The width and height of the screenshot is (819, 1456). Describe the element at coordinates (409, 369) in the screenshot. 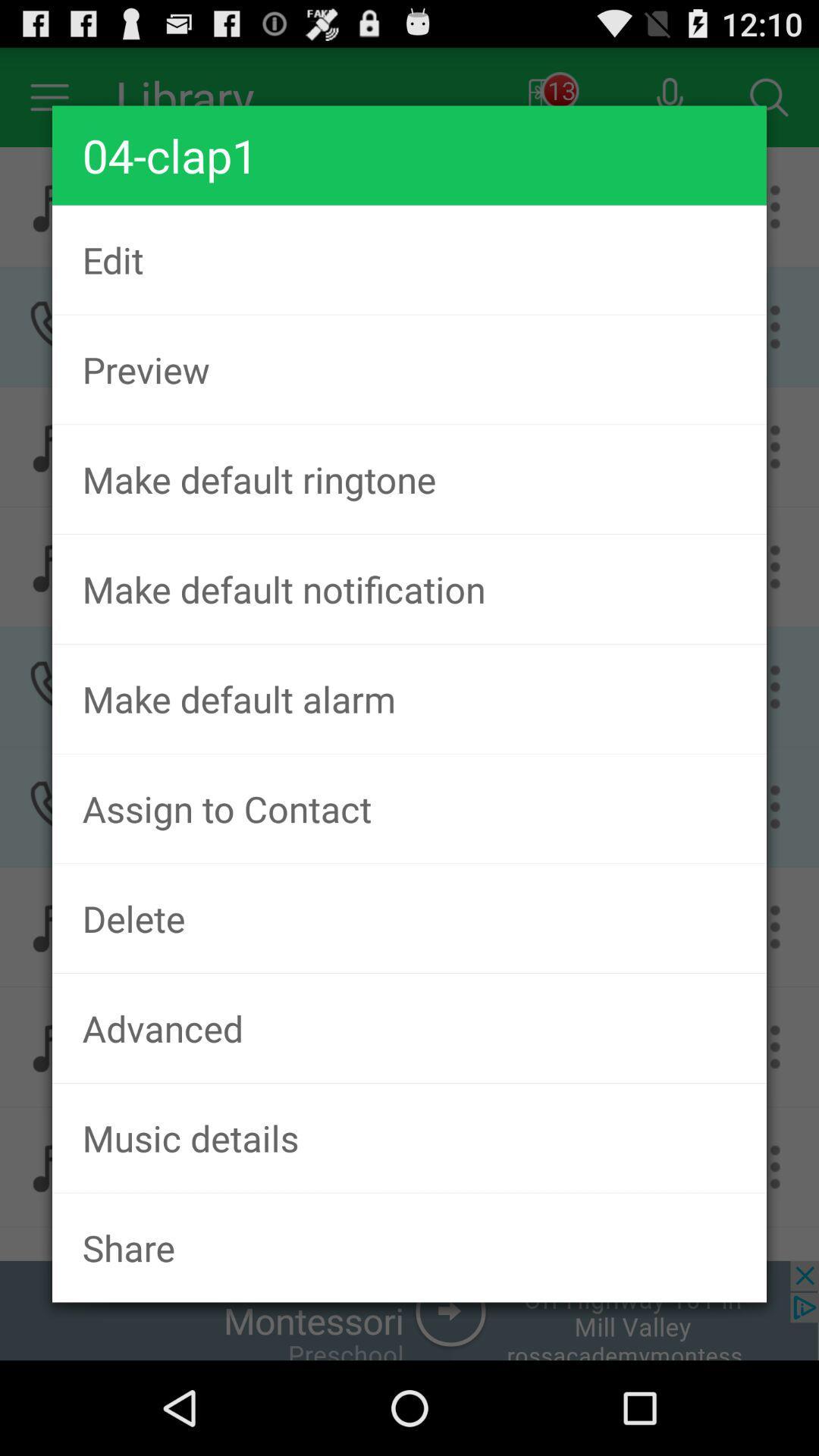

I see `preview icon` at that location.